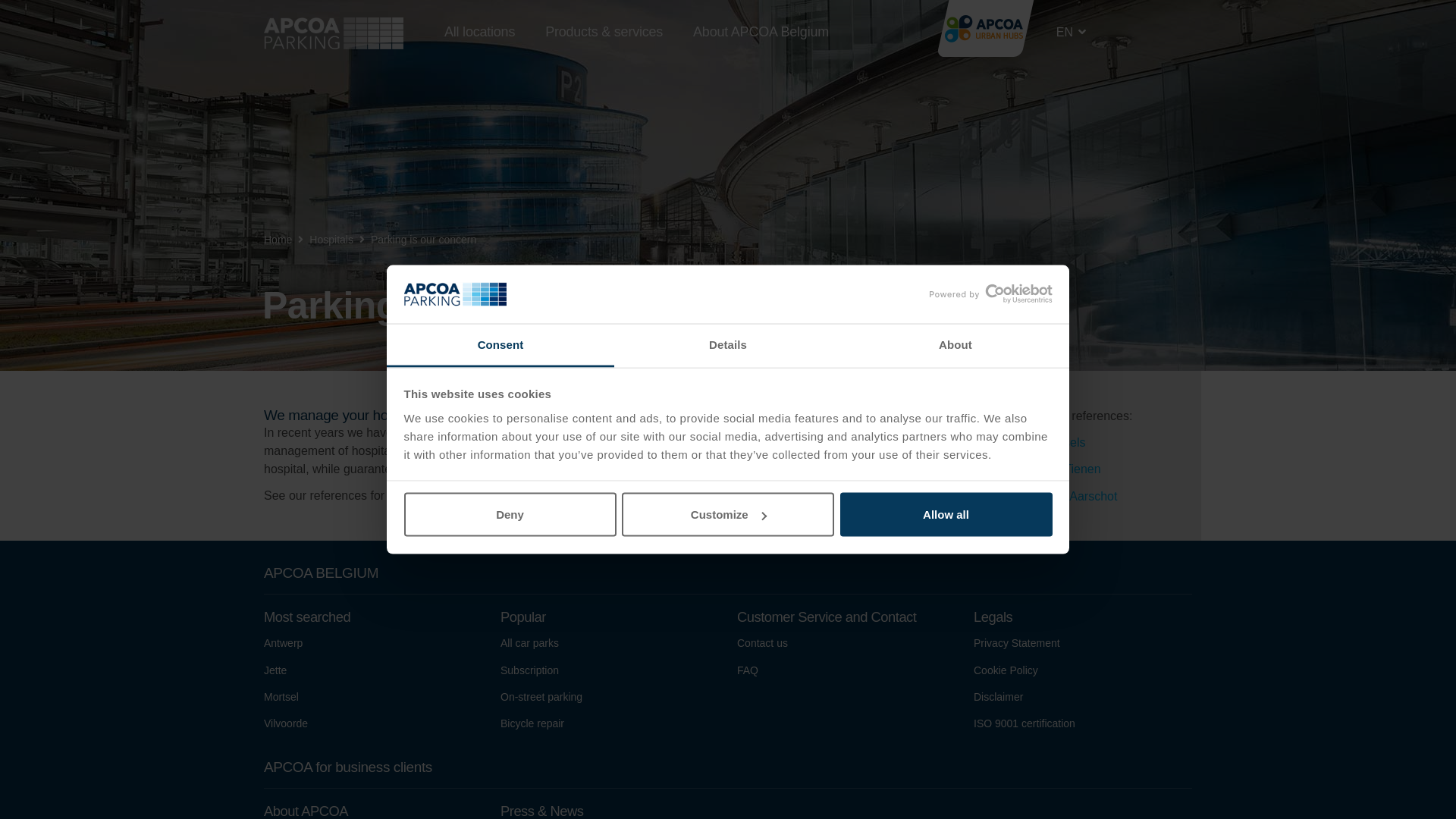  Describe the element at coordinates (510, 513) in the screenshot. I see `'Deny'` at that location.